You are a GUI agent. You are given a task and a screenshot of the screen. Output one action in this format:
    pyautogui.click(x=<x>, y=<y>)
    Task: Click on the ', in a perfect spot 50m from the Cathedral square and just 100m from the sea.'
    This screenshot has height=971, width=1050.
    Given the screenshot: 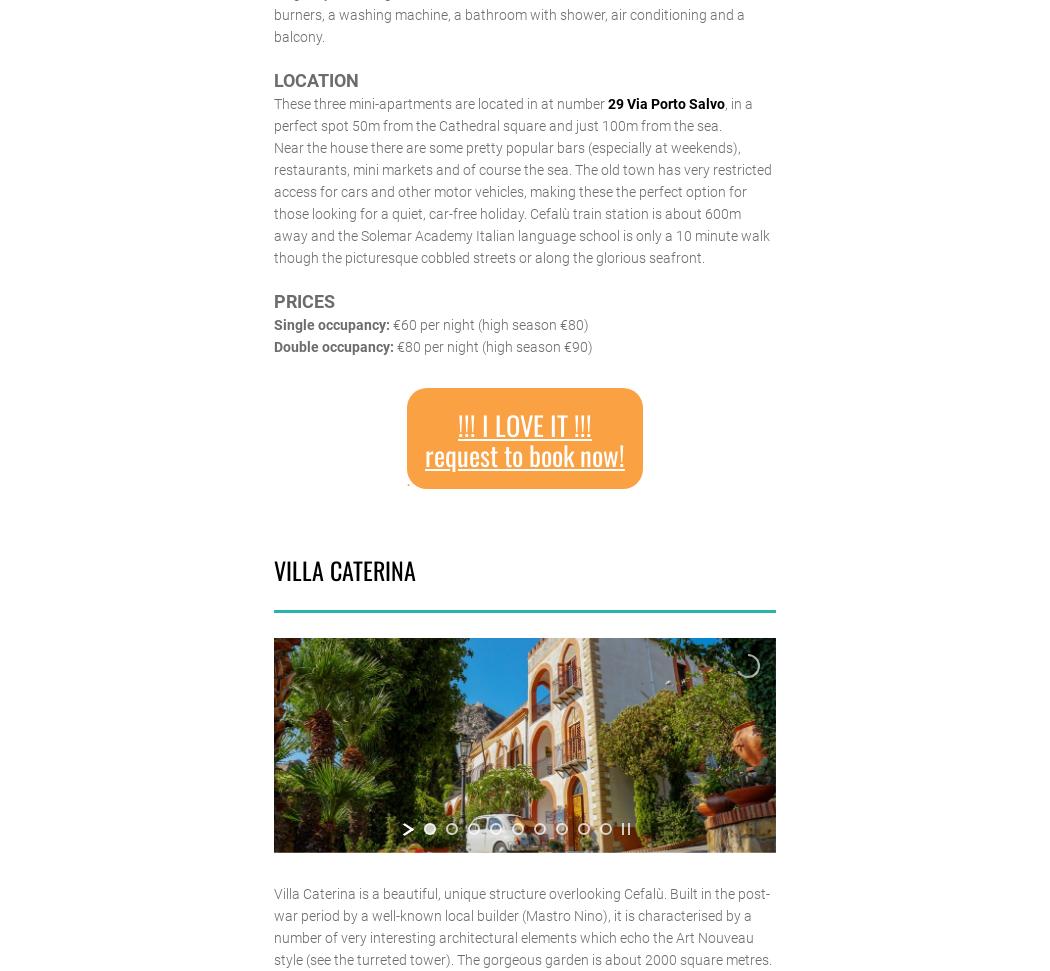 What is the action you would take?
    pyautogui.click(x=511, y=113)
    